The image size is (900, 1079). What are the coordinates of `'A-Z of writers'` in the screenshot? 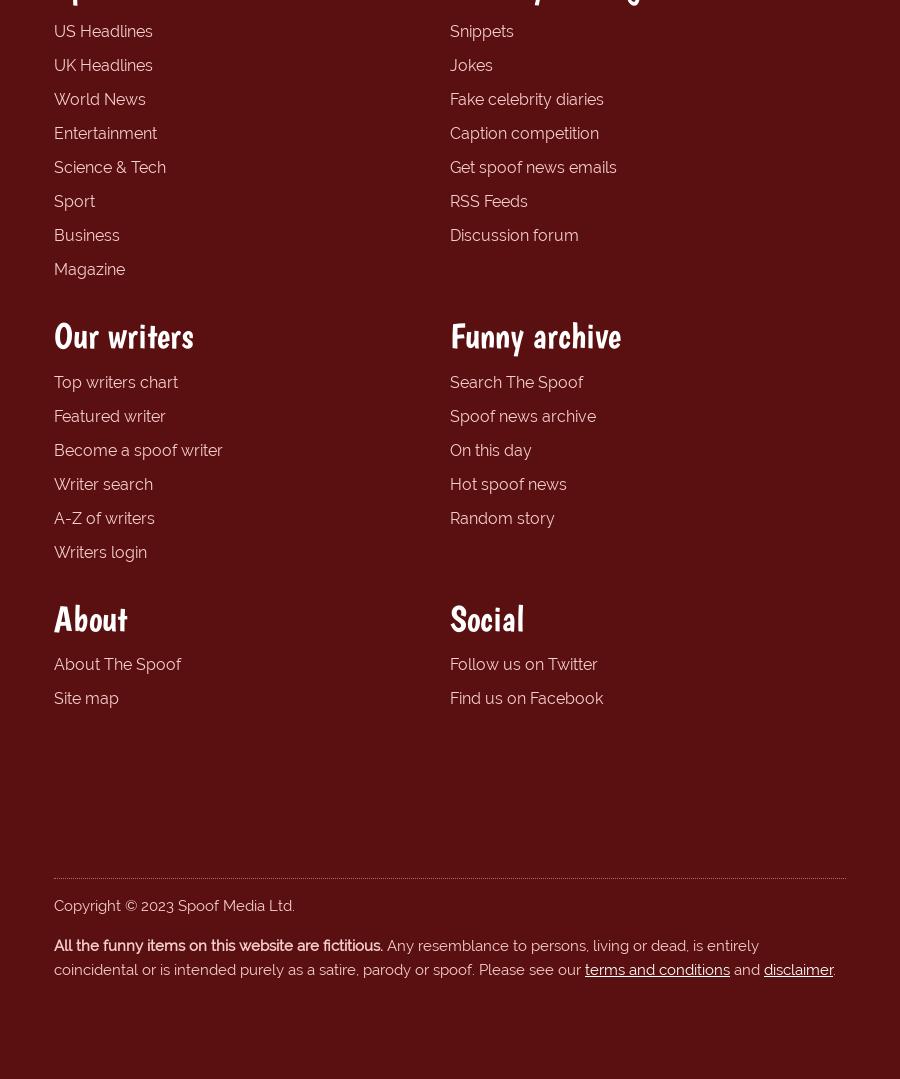 It's located at (103, 517).